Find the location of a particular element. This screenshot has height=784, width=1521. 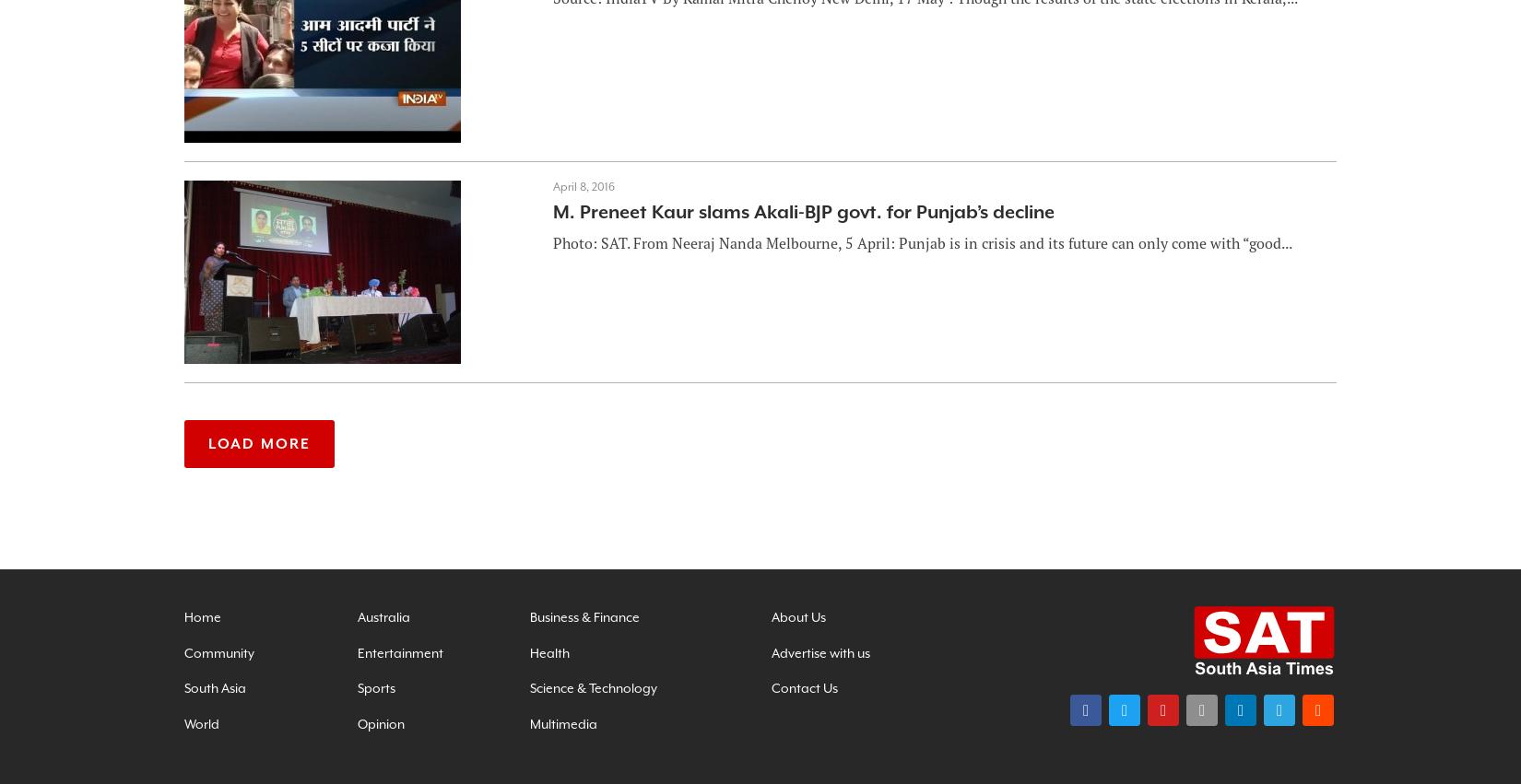

'Advertise with us' is located at coordinates (819, 651).